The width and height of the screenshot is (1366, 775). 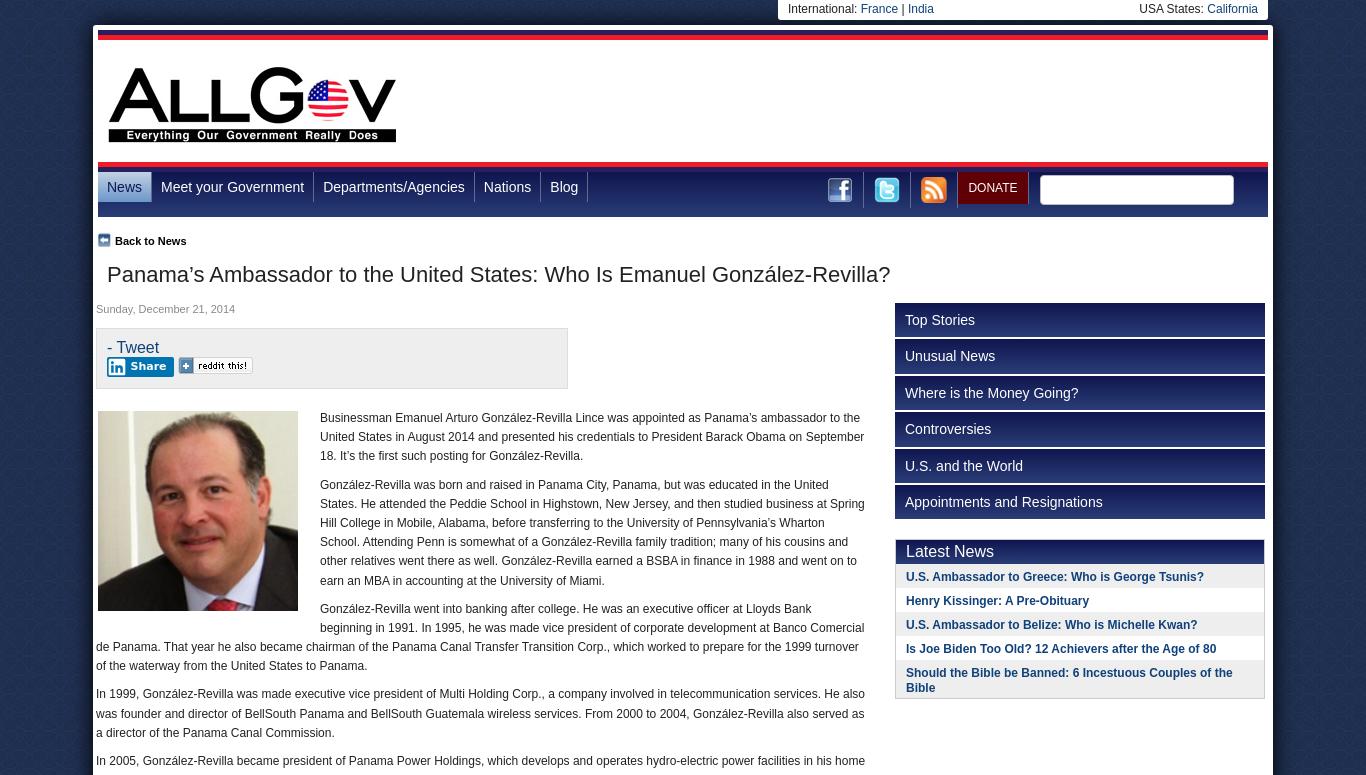 What do you see at coordinates (948, 427) in the screenshot?
I see `'Controversies'` at bounding box center [948, 427].